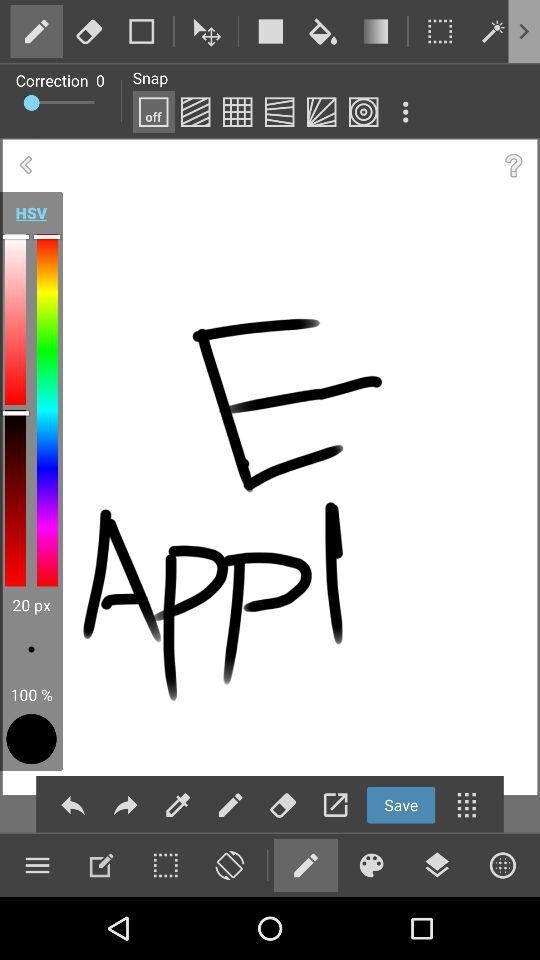 The width and height of the screenshot is (540, 960). I want to click on use pencil to draw, so click(305, 864).